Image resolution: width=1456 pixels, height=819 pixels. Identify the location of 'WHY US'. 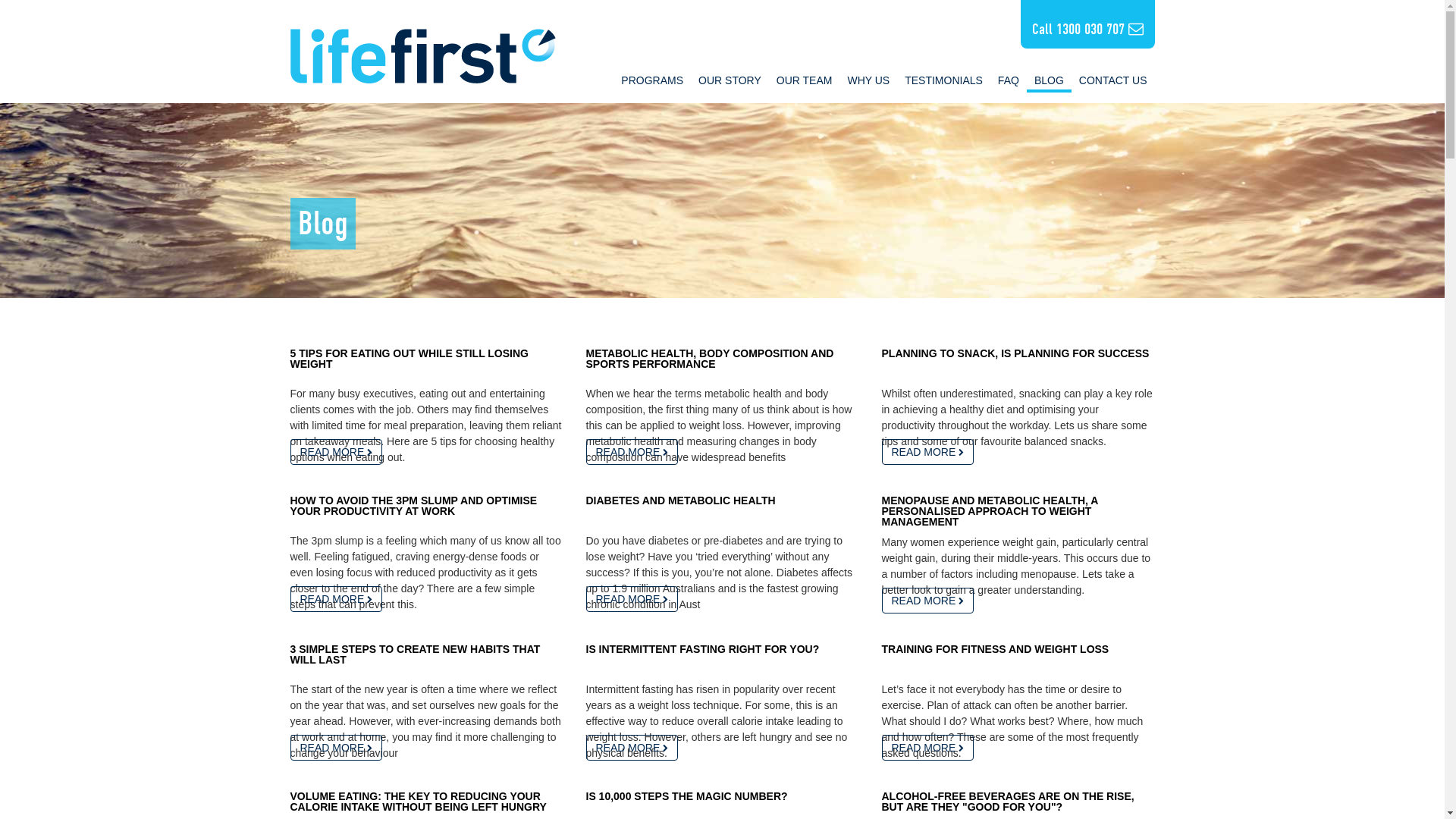
(839, 80).